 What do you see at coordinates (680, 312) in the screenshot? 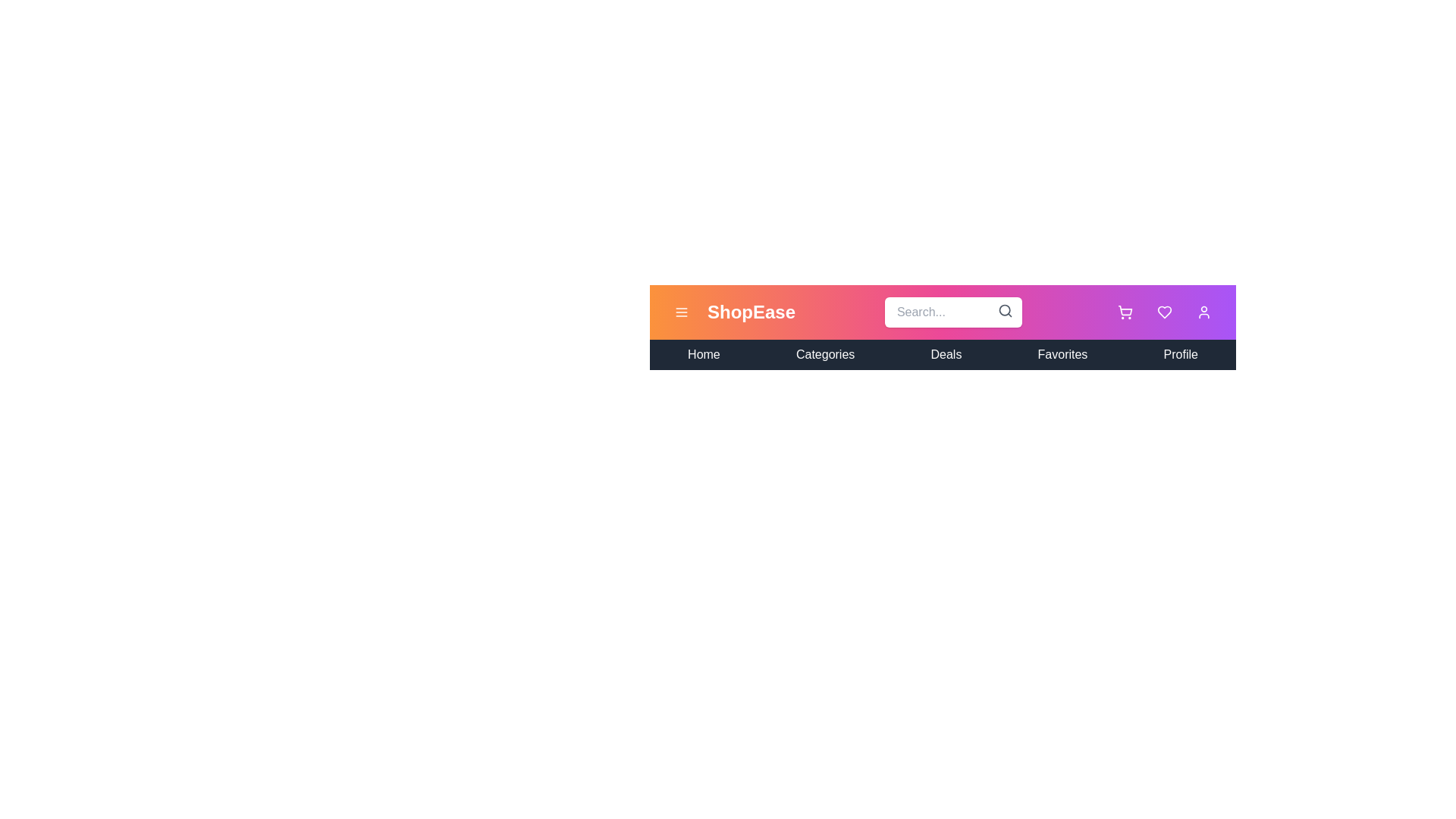
I see `the menu toggle button to toggle the navigation menu` at bounding box center [680, 312].